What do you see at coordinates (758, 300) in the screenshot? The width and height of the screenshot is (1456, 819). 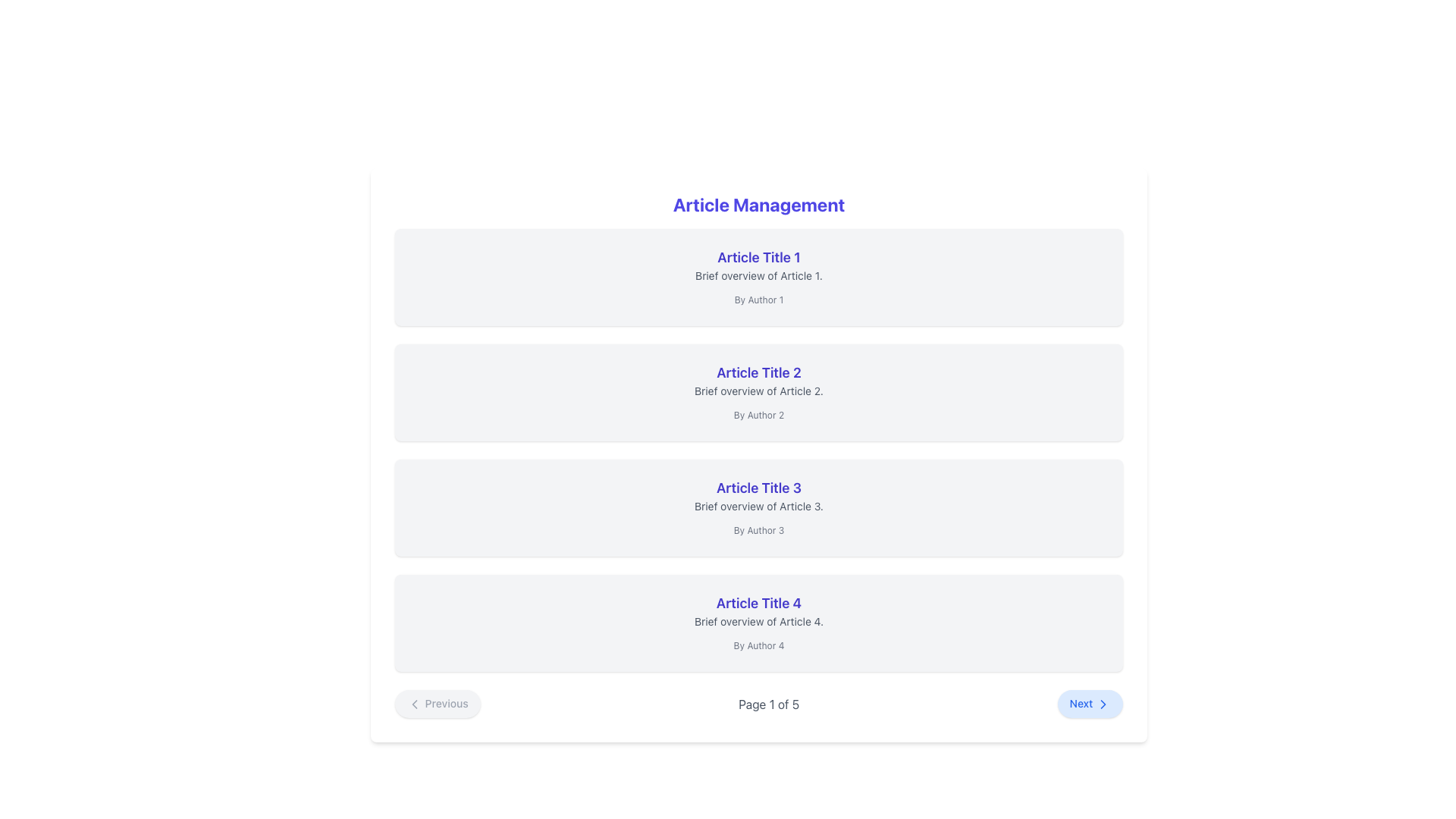 I see `the author attribution text label located at the bottom of the article's description, directly below 'Brief overview of Article 1.'` at bounding box center [758, 300].